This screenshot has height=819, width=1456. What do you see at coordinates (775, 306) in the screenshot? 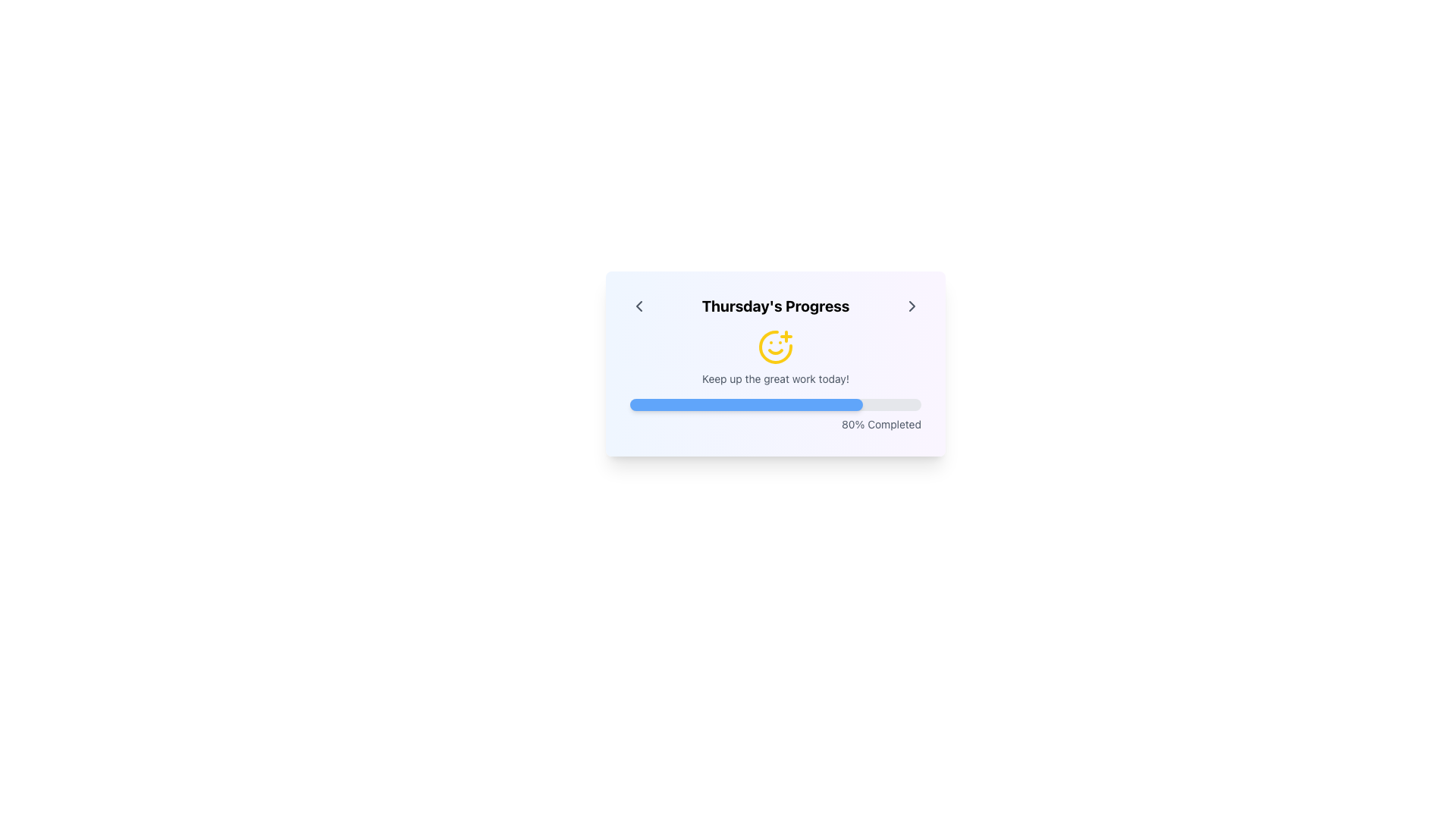
I see `the text element that serves as a descriptive title indicating 'Thursday's Progress', located centrally between two navigational arrows in the upper portion of the card interface` at bounding box center [775, 306].